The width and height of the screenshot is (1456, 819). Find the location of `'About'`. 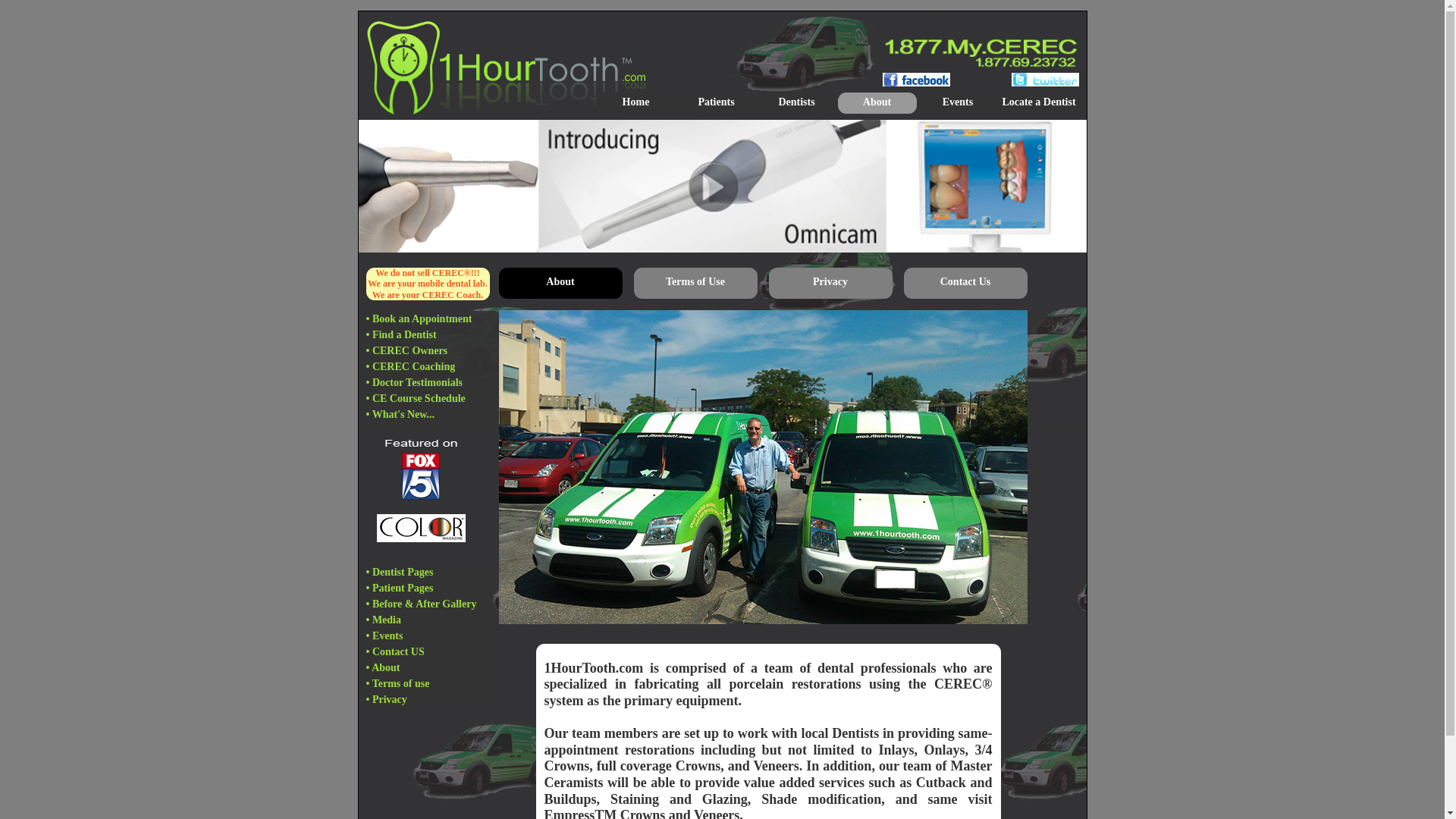

'About' is located at coordinates (877, 102).